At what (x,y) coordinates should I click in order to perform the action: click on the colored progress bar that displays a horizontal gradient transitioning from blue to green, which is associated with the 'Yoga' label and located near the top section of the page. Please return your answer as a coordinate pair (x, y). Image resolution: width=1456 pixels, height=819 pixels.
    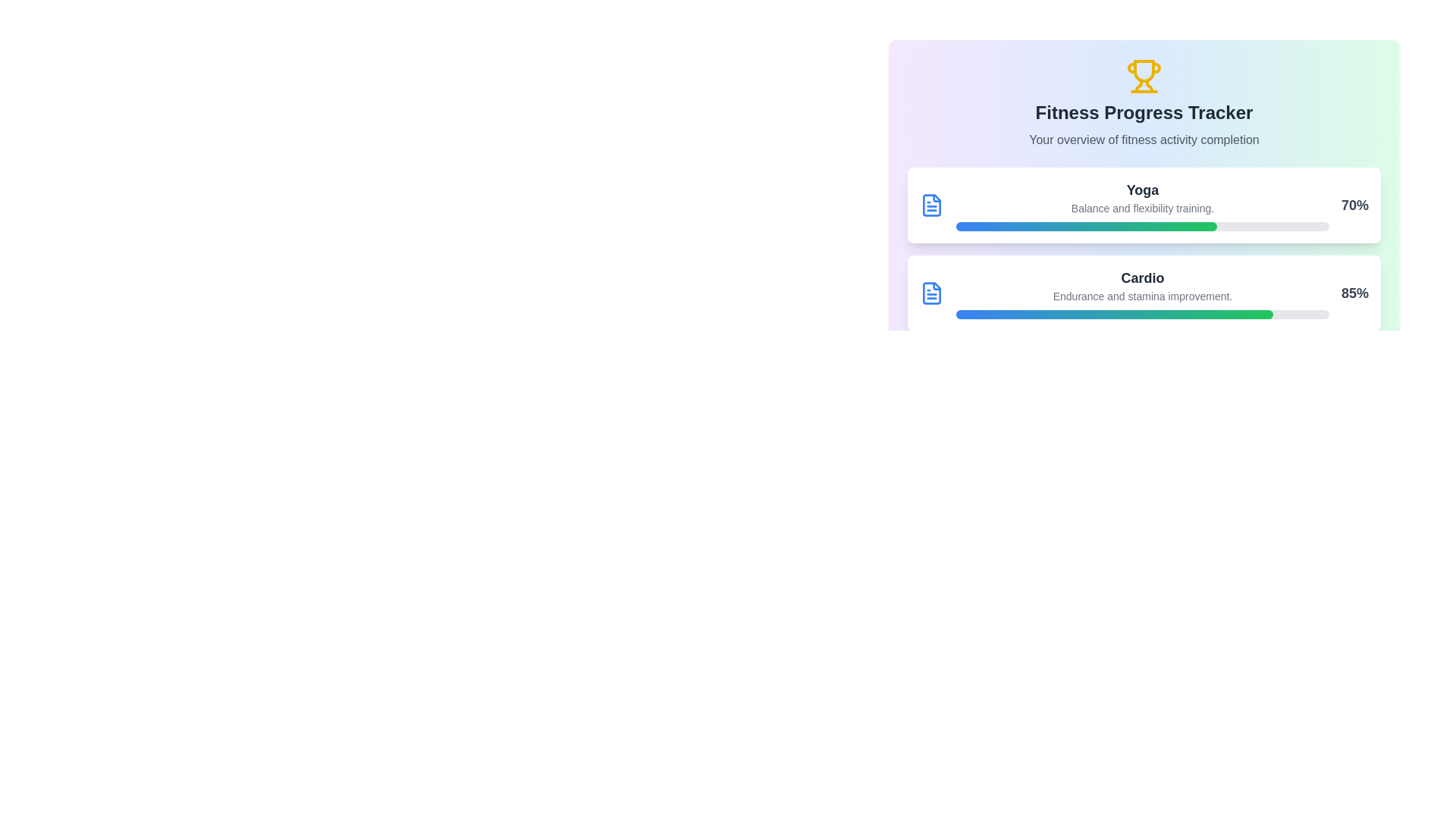
    Looking at the image, I should click on (1086, 227).